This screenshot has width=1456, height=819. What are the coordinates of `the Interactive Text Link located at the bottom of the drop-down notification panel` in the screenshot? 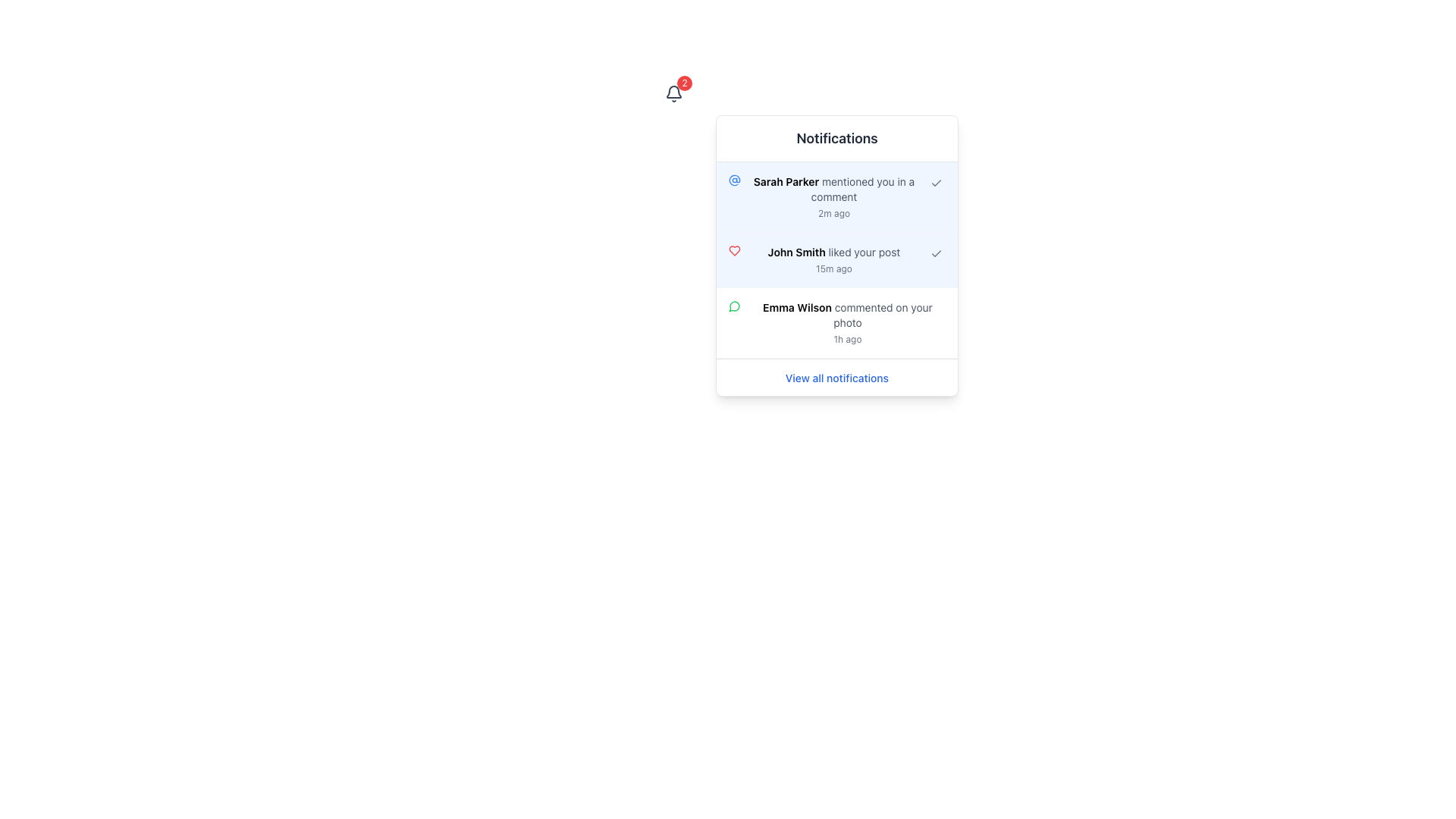 It's located at (836, 376).